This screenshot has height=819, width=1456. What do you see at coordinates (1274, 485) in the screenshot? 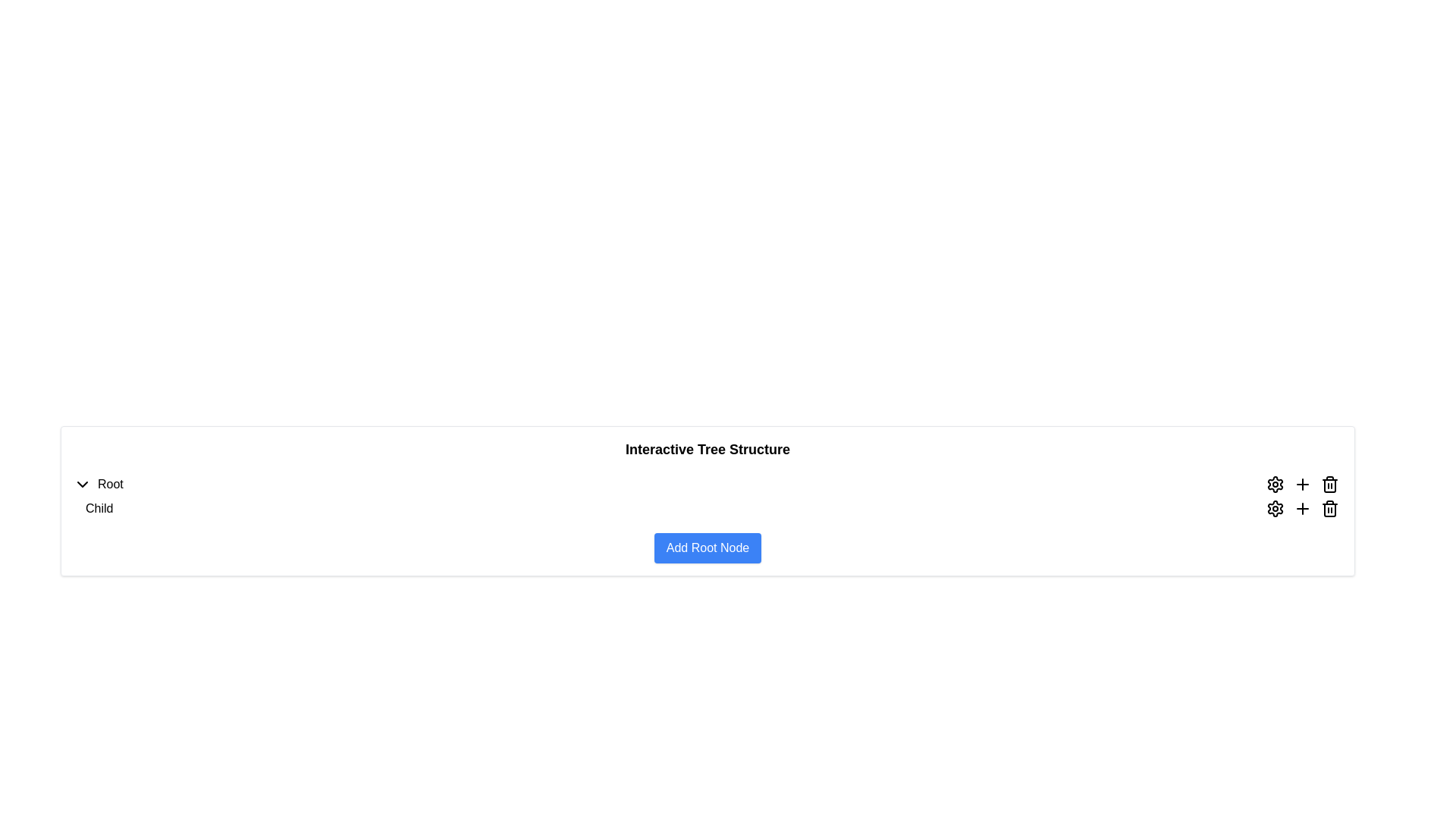
I see `the settings icon located in the lower-right corner of the interface` at bounding box center [1274, 485].